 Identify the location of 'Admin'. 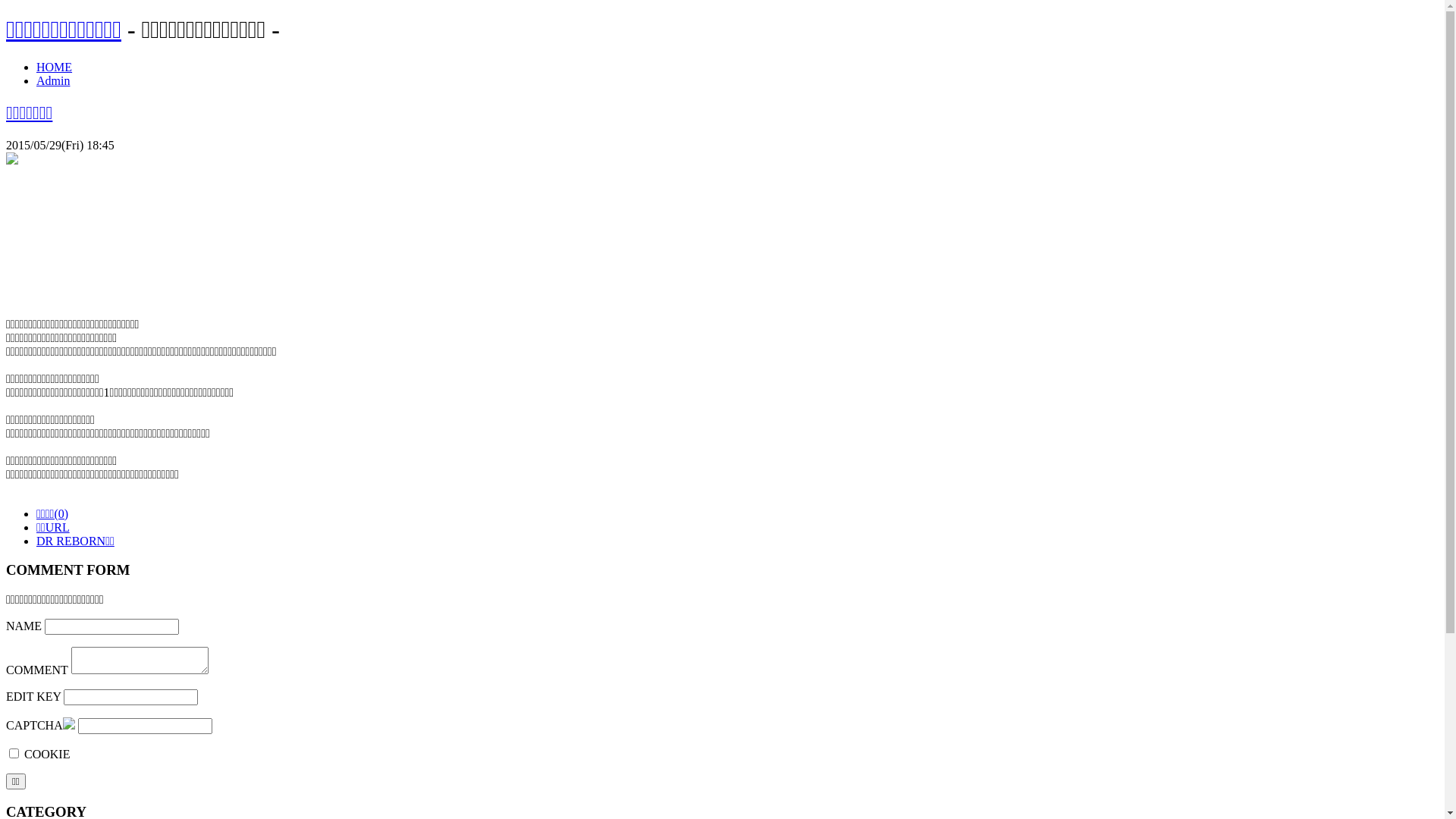
(53, 80).